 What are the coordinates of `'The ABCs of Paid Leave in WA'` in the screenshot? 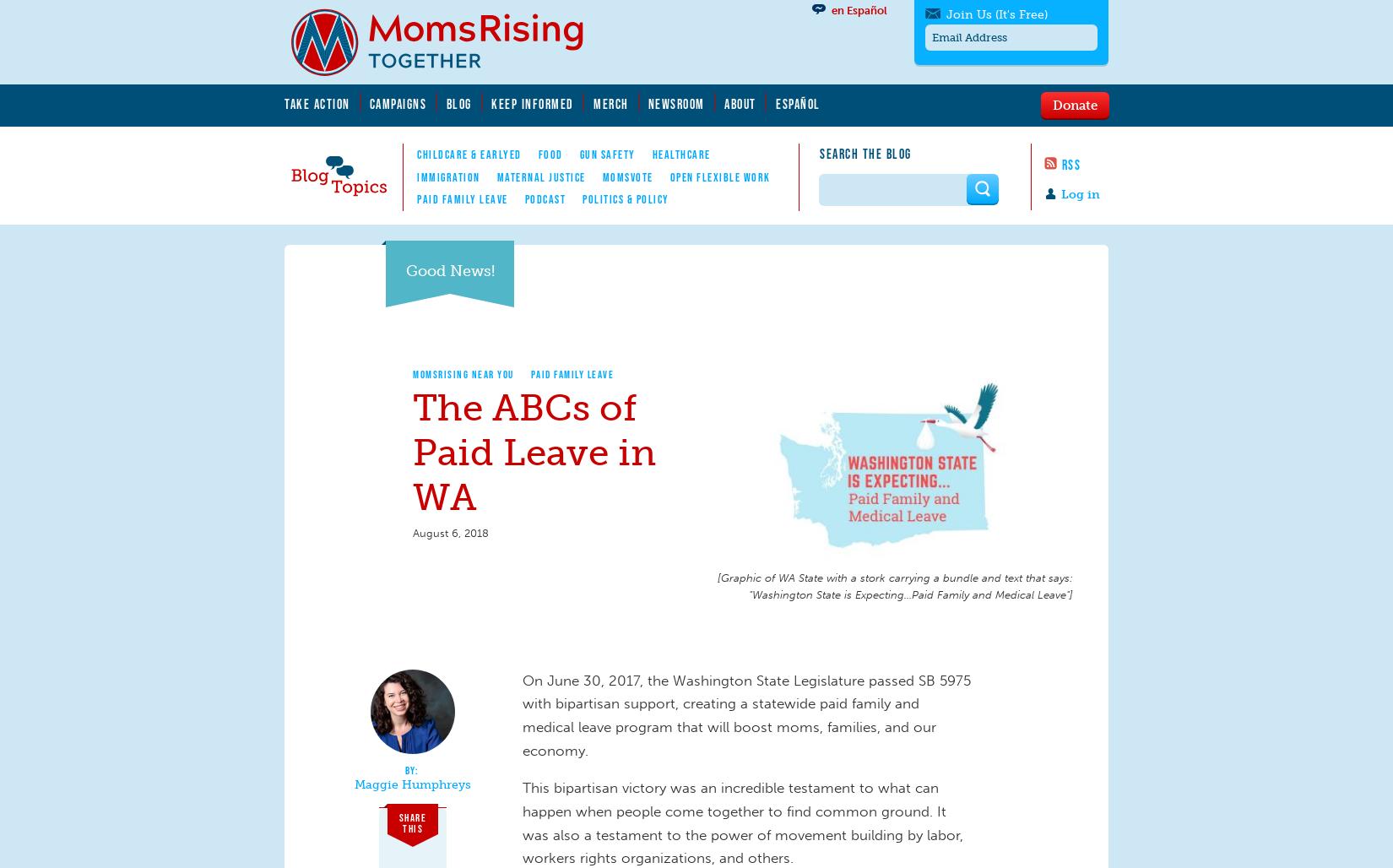 It's located at (533, 452).